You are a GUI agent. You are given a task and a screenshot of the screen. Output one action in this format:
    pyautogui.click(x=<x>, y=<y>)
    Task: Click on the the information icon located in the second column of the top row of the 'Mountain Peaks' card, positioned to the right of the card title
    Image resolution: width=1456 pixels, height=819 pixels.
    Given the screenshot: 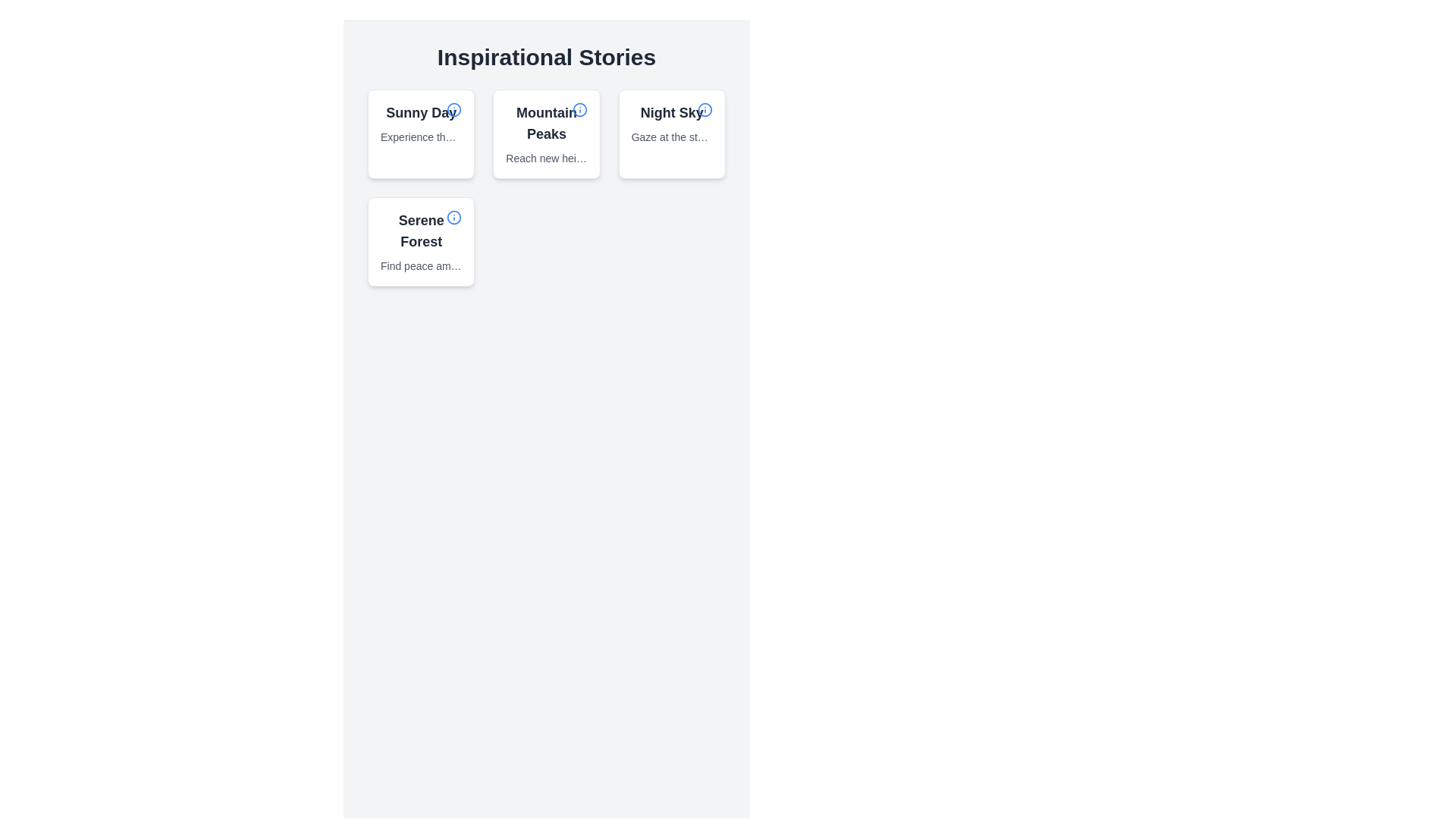 What is the action you would take?
    pyautogui.click(x=579, y=109)
    